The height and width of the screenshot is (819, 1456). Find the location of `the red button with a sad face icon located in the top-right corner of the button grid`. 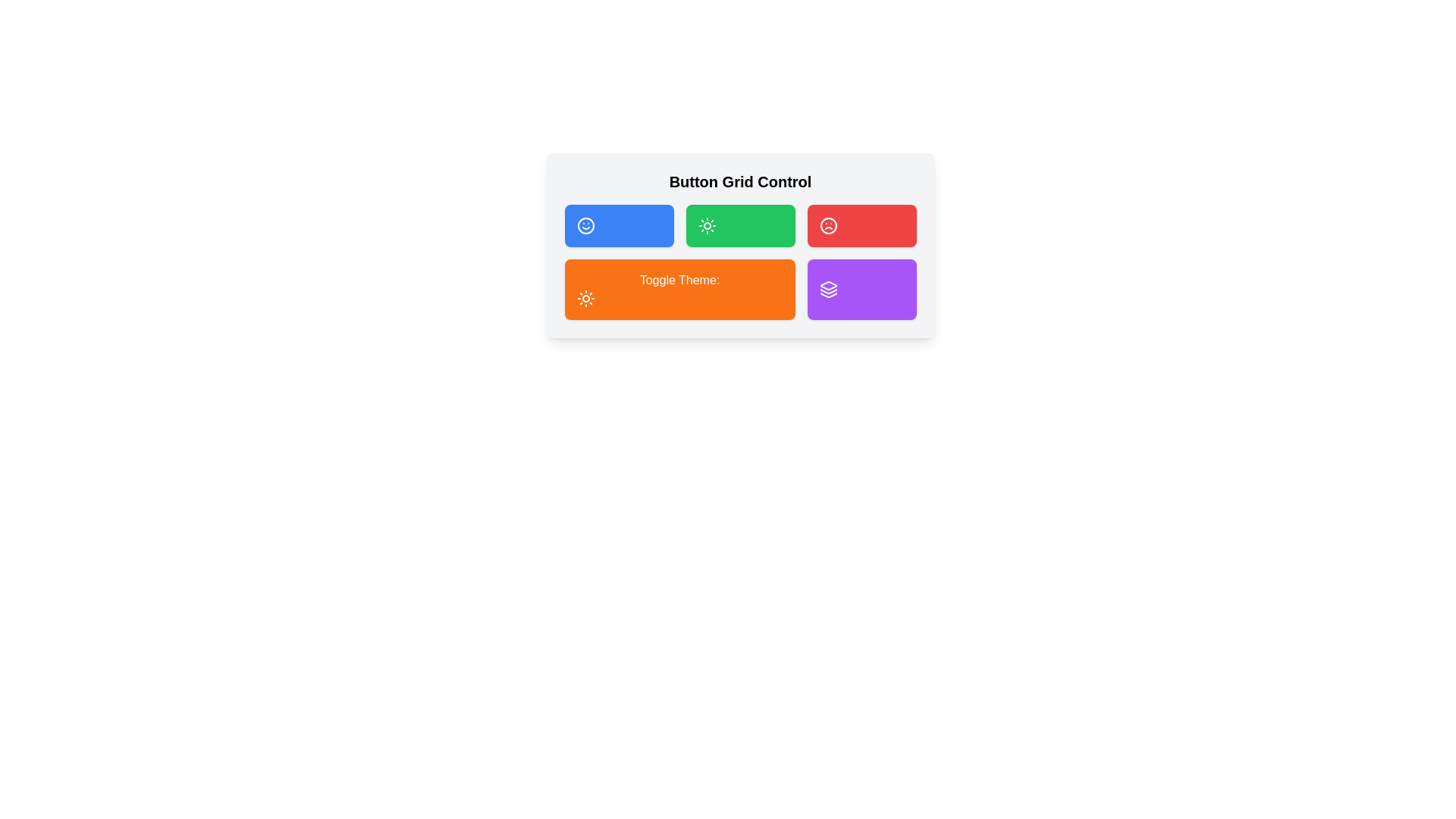

the red button with a sad face icon located in the top-right corner of the button grid is located at coordinates (861, 225).